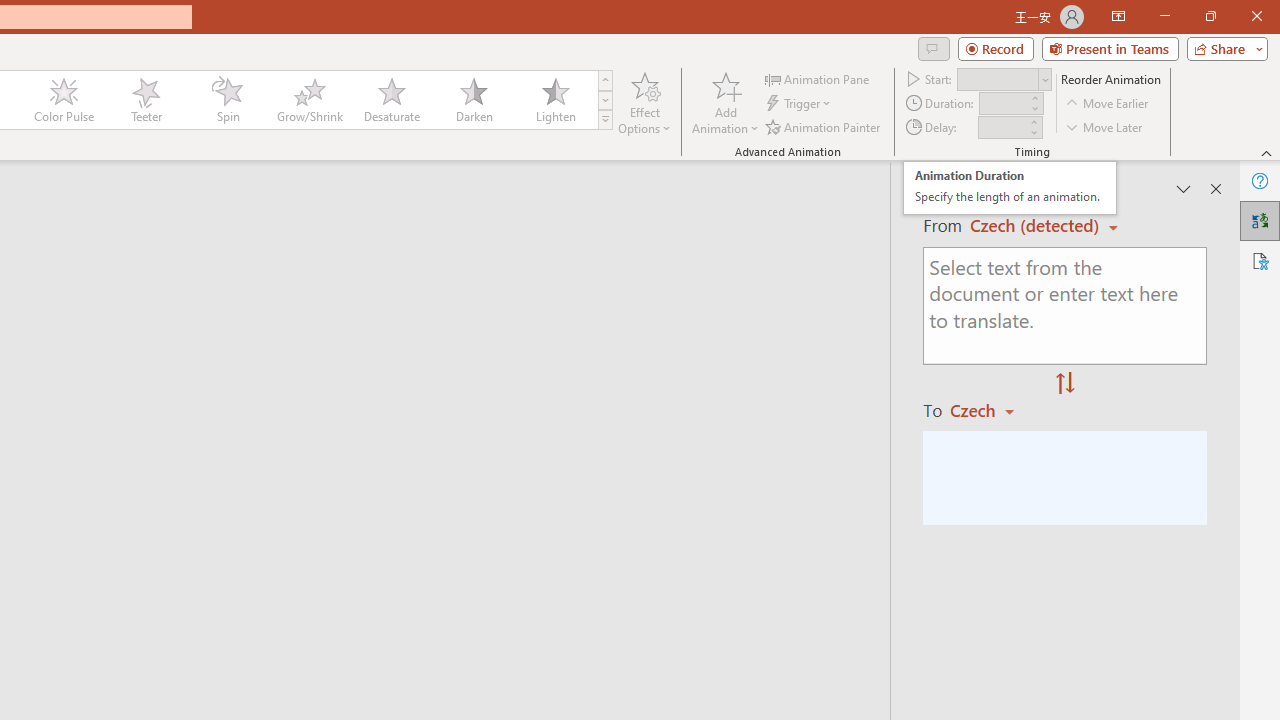 The image size is (1280, 720). Describe the element at coordinates (472, 100) in the screenshot. I see `'Darken'` at that location.